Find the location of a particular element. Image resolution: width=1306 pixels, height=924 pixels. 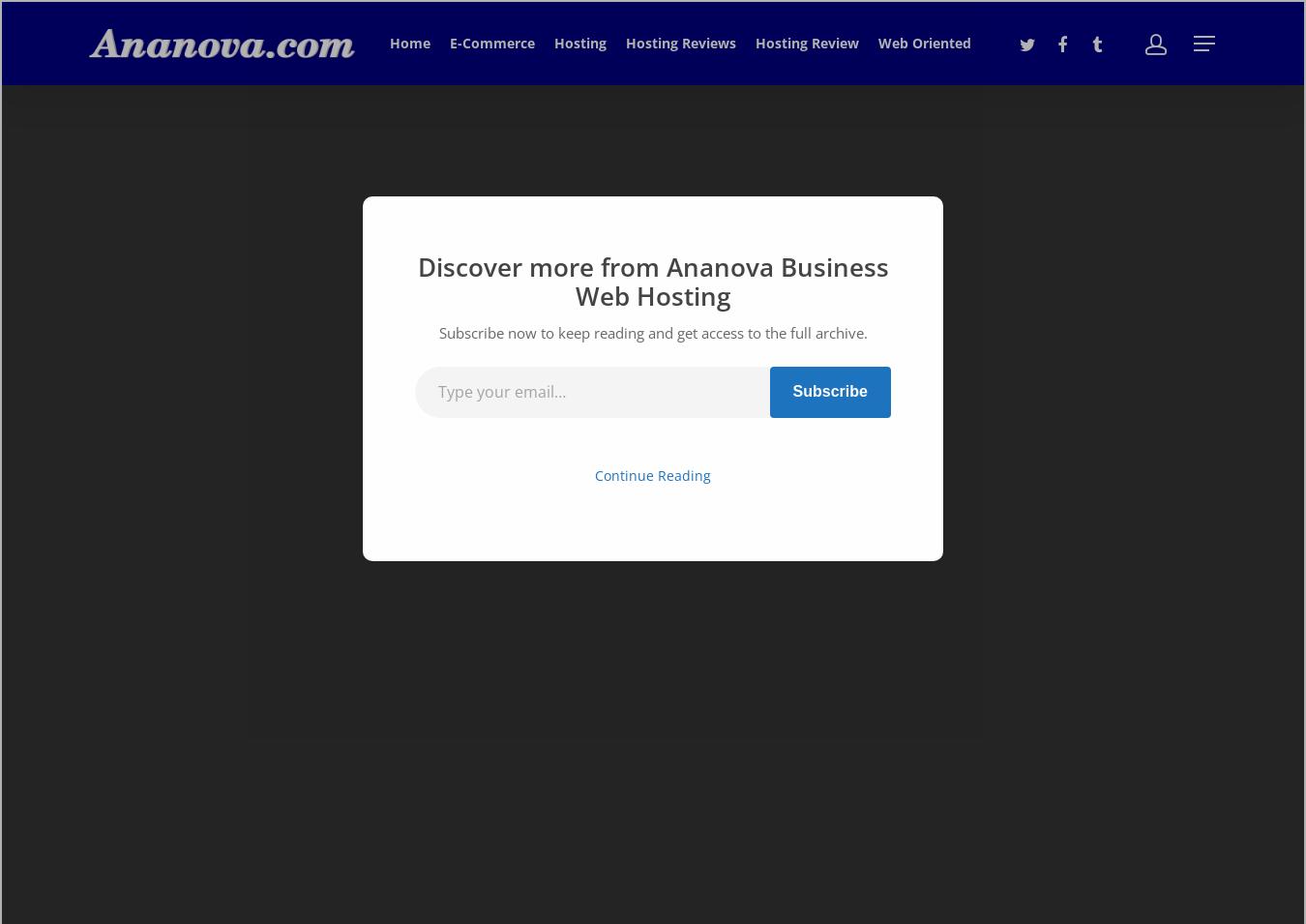

'Hosting' is located at coordinates (553, 42).